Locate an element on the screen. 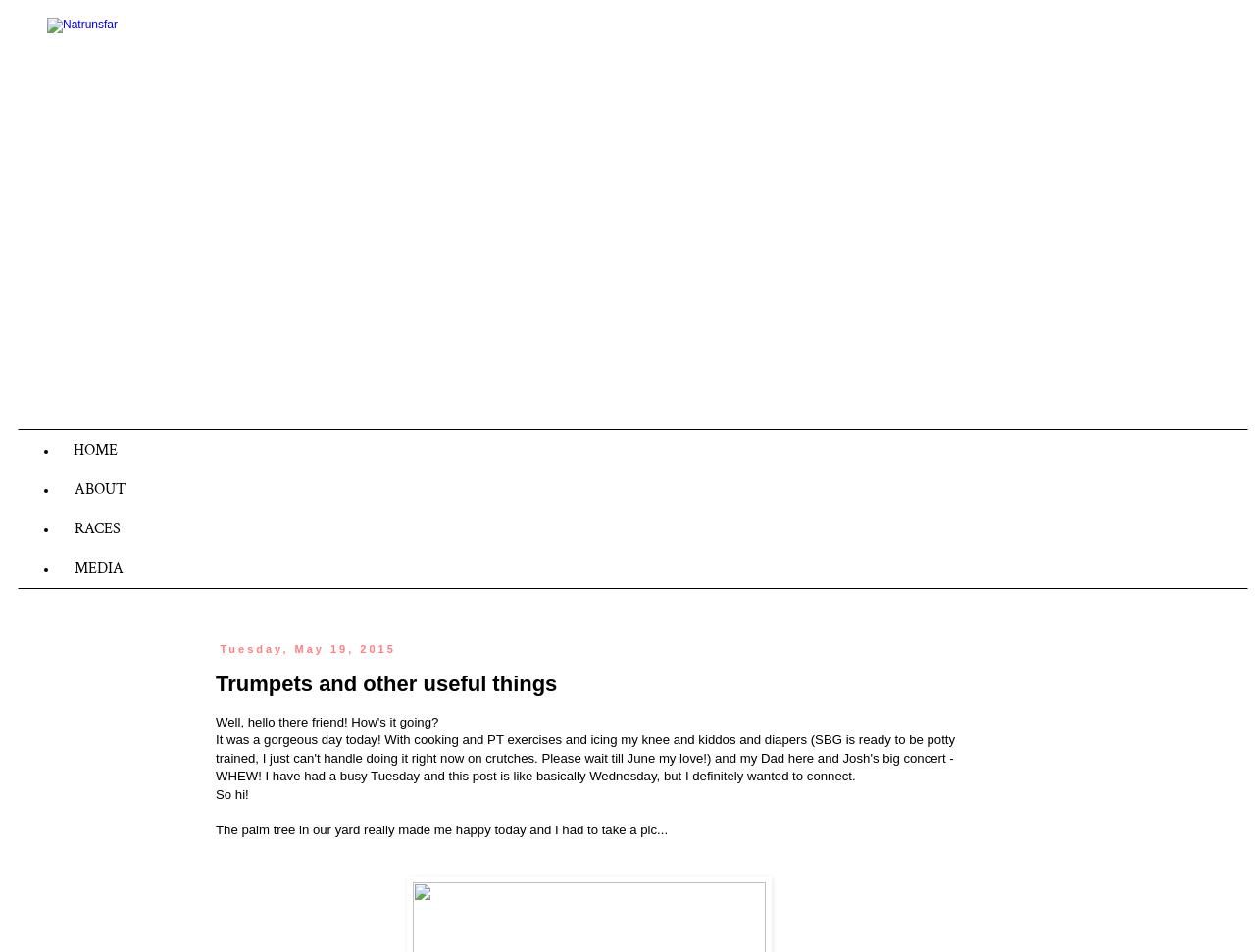 The width and height of the screenshot is (1258, 952). 'So hi!' is located at coordinates (215, 793).